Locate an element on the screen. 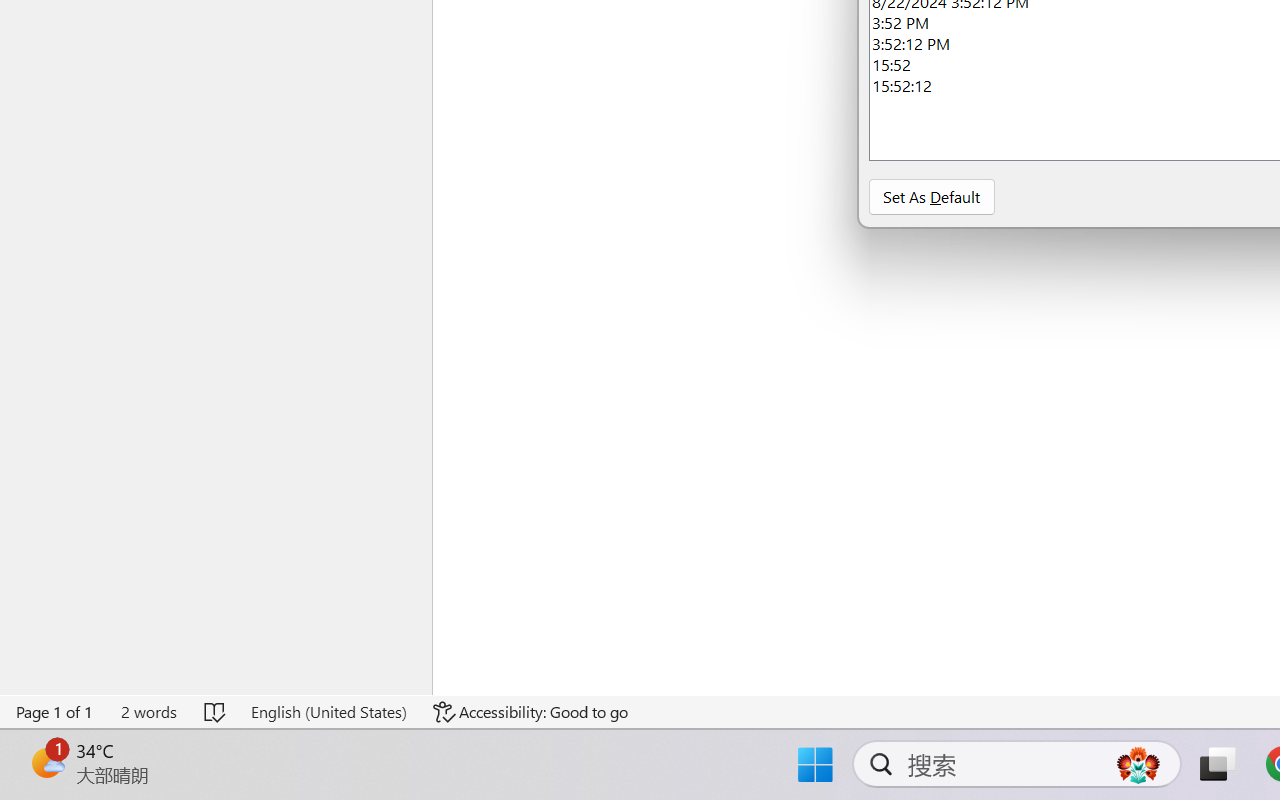 This screenshot has width=1280, height=800. 'AutomationID: DynamicSearchBoxGleamImage' is located at coordinates (1138, 764).